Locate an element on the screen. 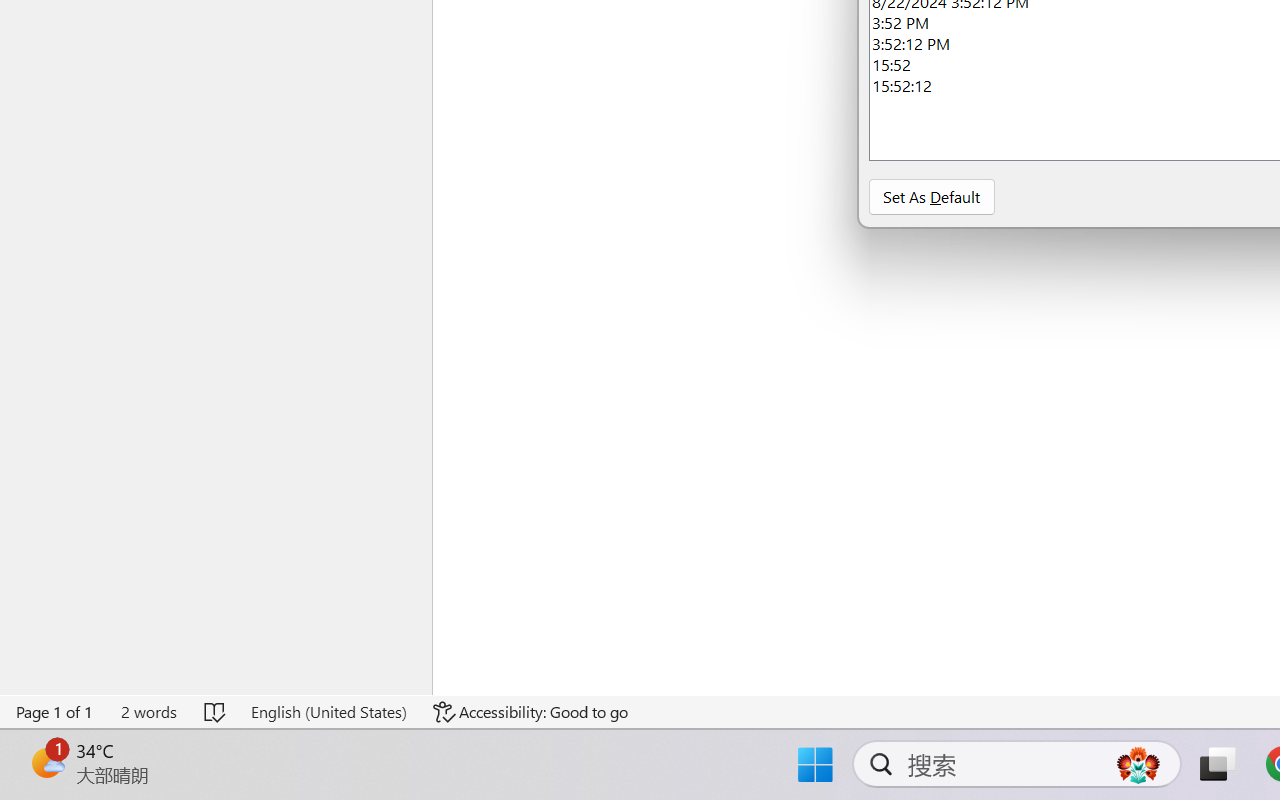 This screenshot has width=1280, height=800. 'AutomationID: DynamicSearchBoxGleamImage' is located at coordinates (1138, 764).